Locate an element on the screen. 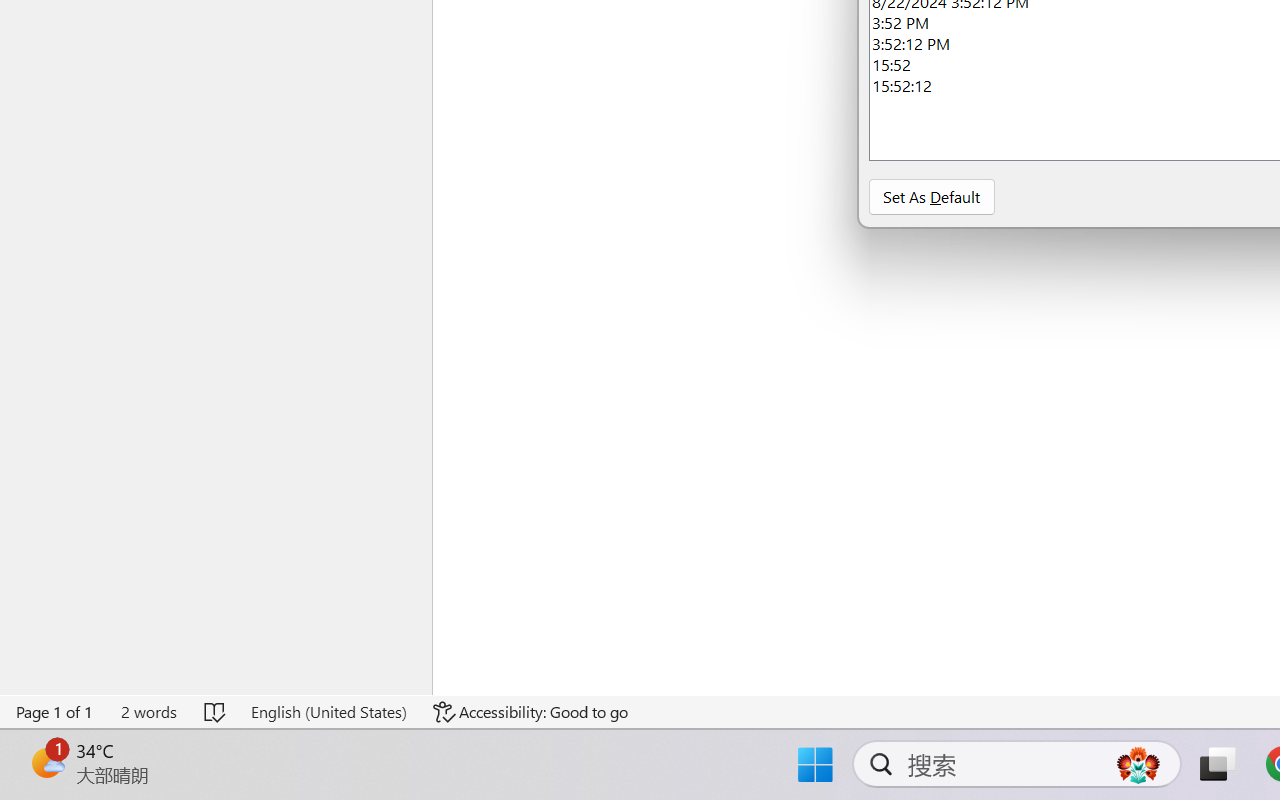 This screenshot has width=1280, height=800. 'AutomationID: DynamicSearchBoxGleamImage' is located at coordinates (1138, 764).